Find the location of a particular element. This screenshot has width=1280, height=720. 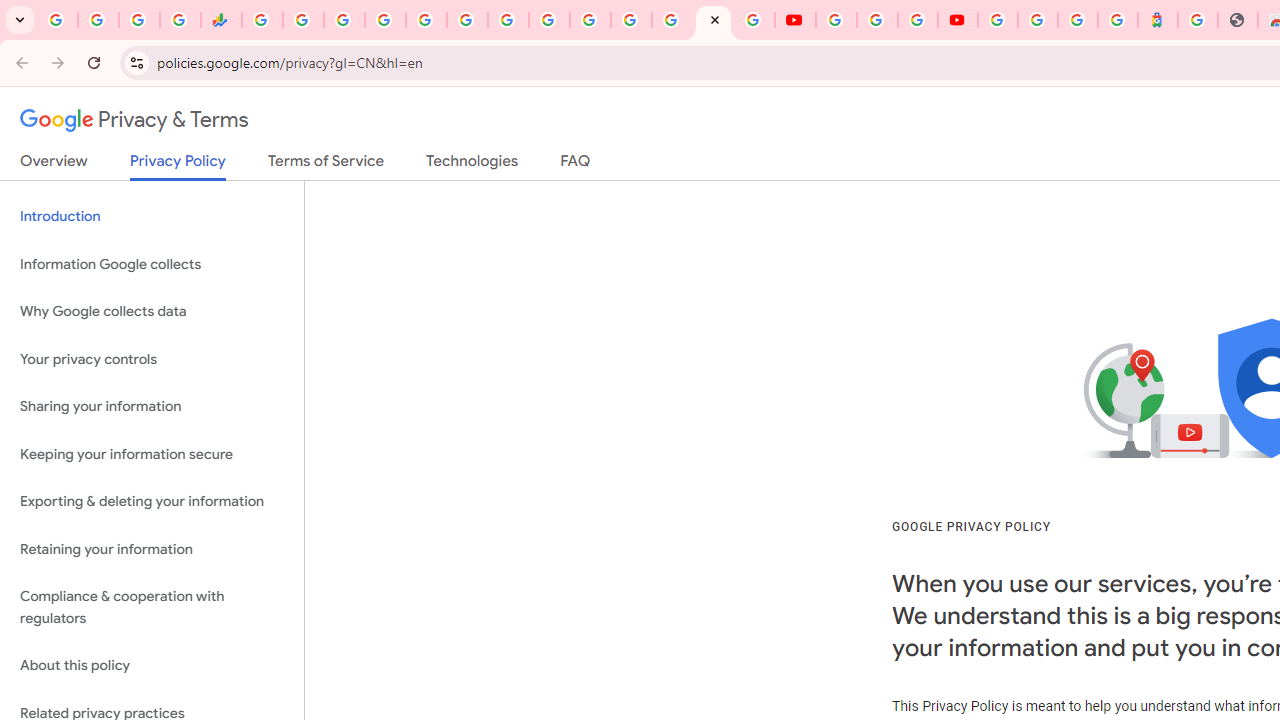

'Google Workspace Admin Community' is located at coordinates (57, 20).